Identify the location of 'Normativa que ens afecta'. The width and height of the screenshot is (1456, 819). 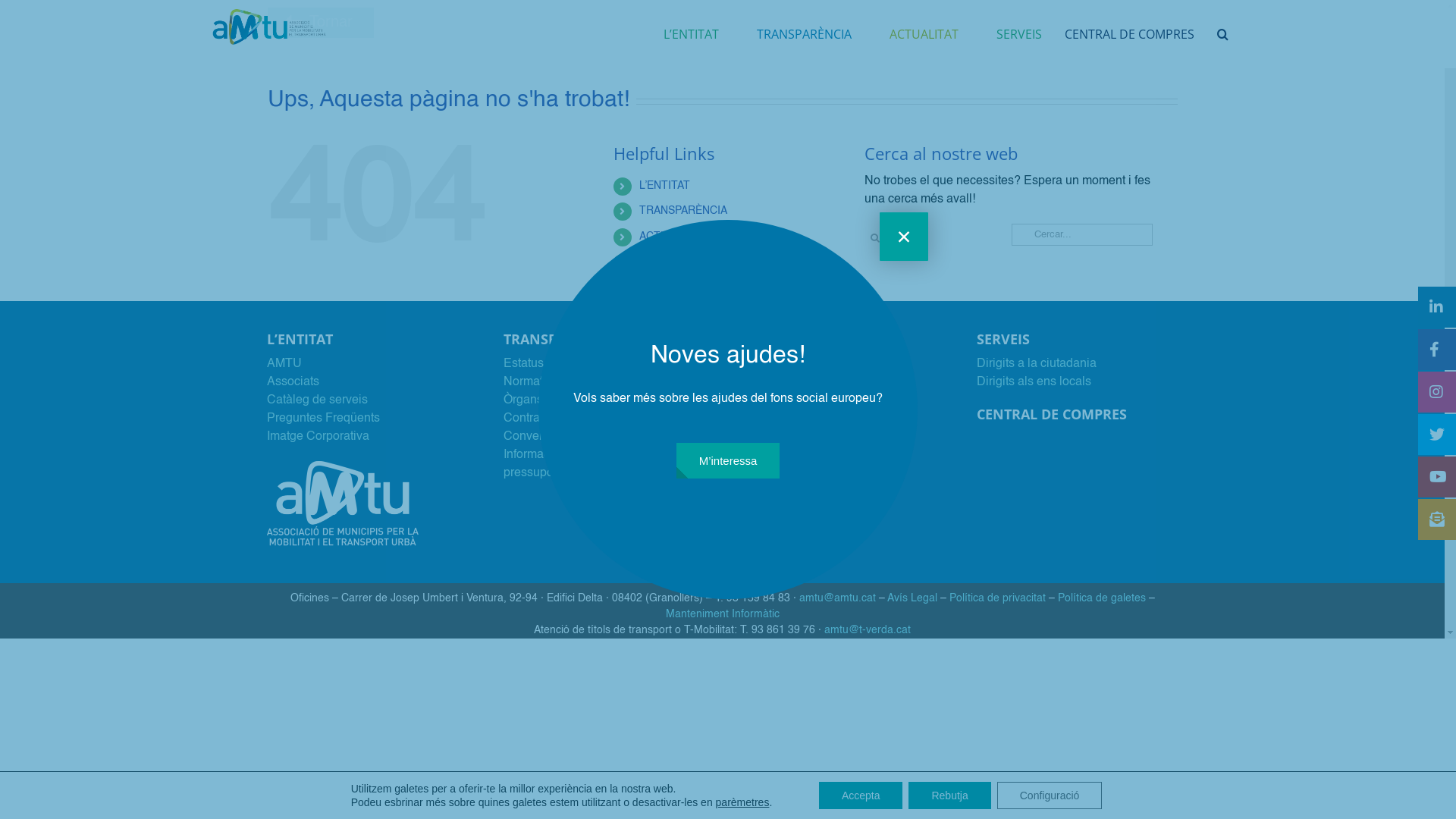
(571, 381).